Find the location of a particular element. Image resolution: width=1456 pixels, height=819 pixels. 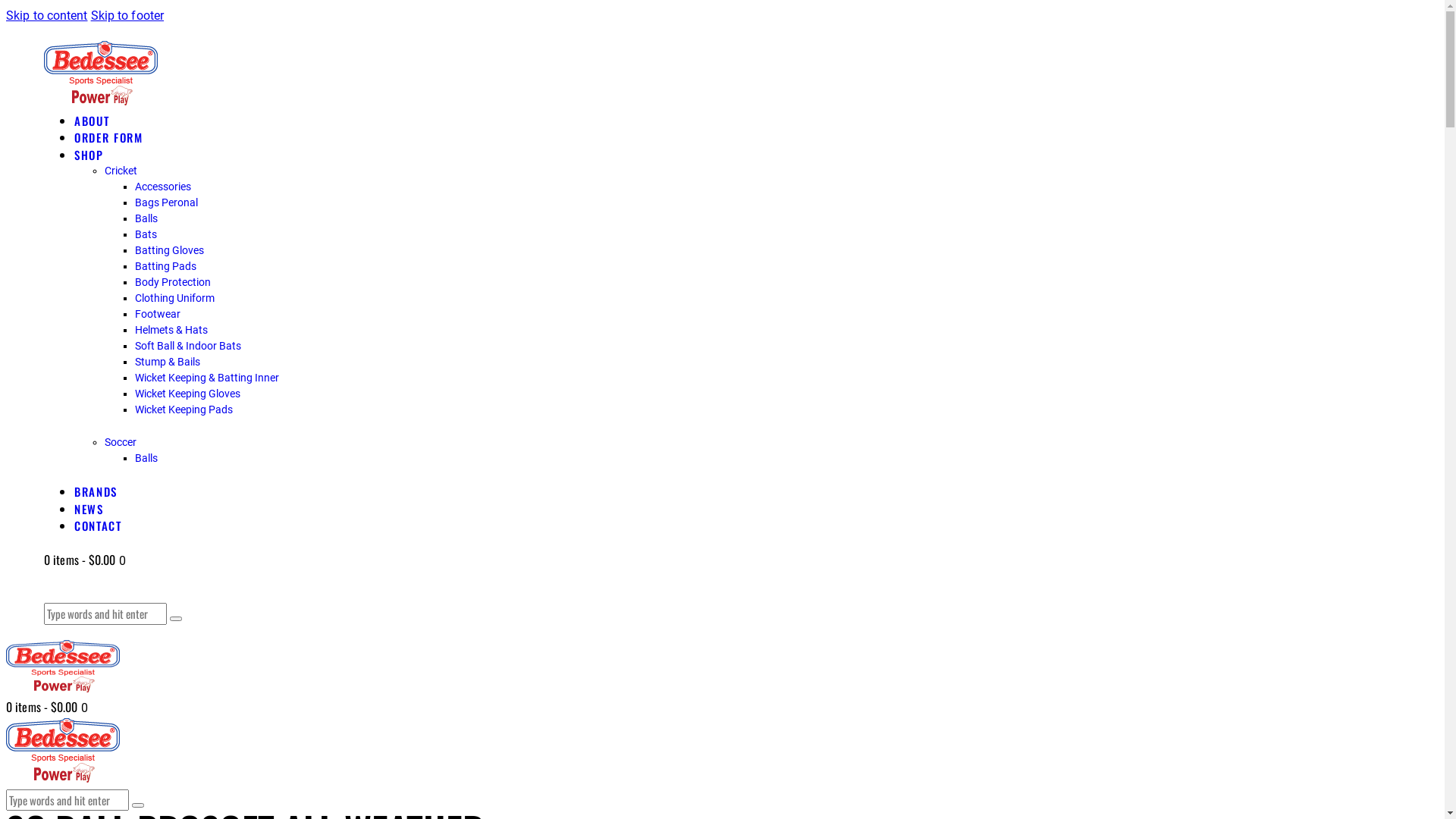

'Bats' is located at coordinates (146, 234).